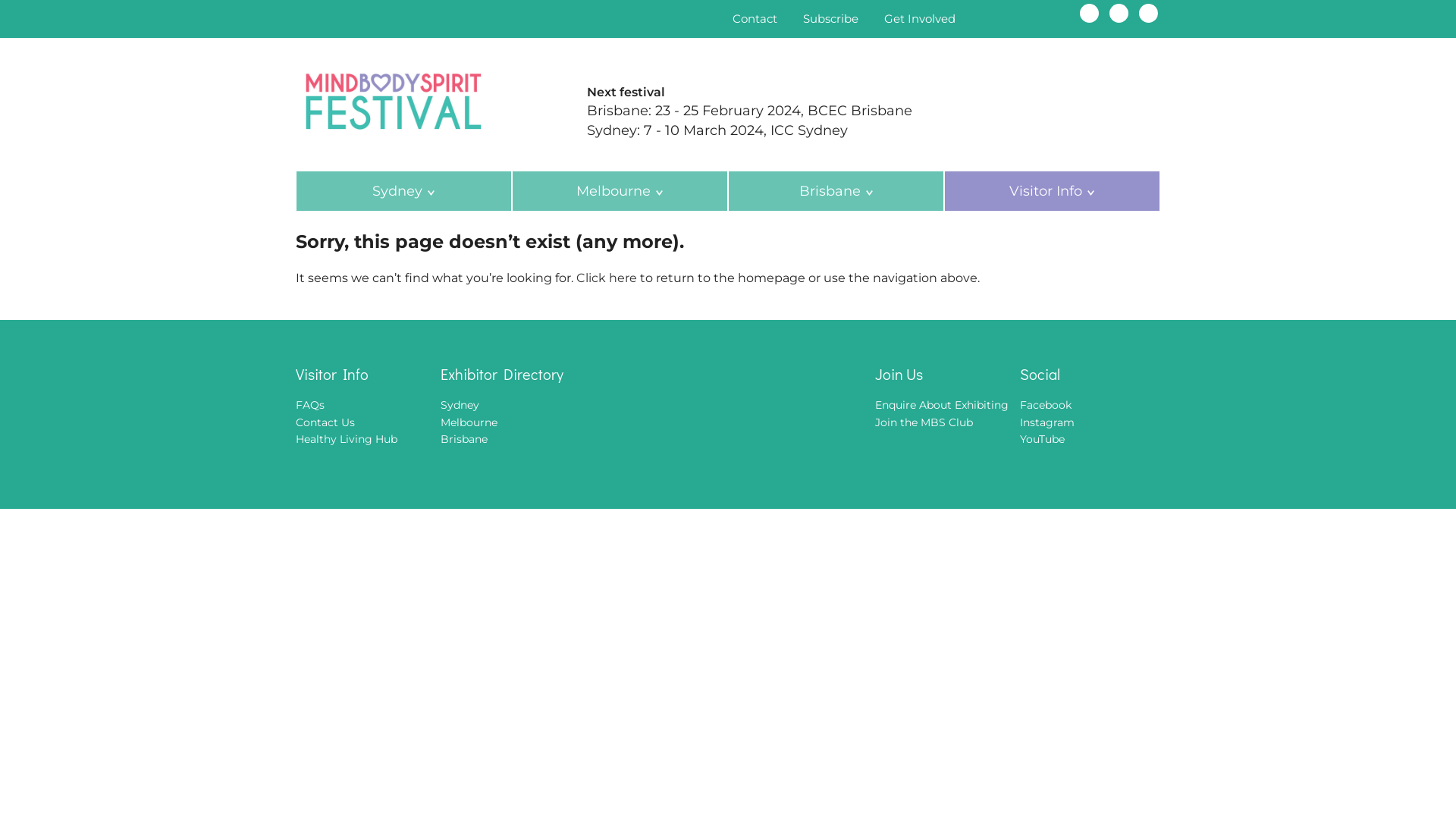 This screenshot has height=819, width=1456. What do you see at coordinates (529, 374) in the screenshot?
I see `'Exhibitor Directory'` at bounding box center [529, 374].